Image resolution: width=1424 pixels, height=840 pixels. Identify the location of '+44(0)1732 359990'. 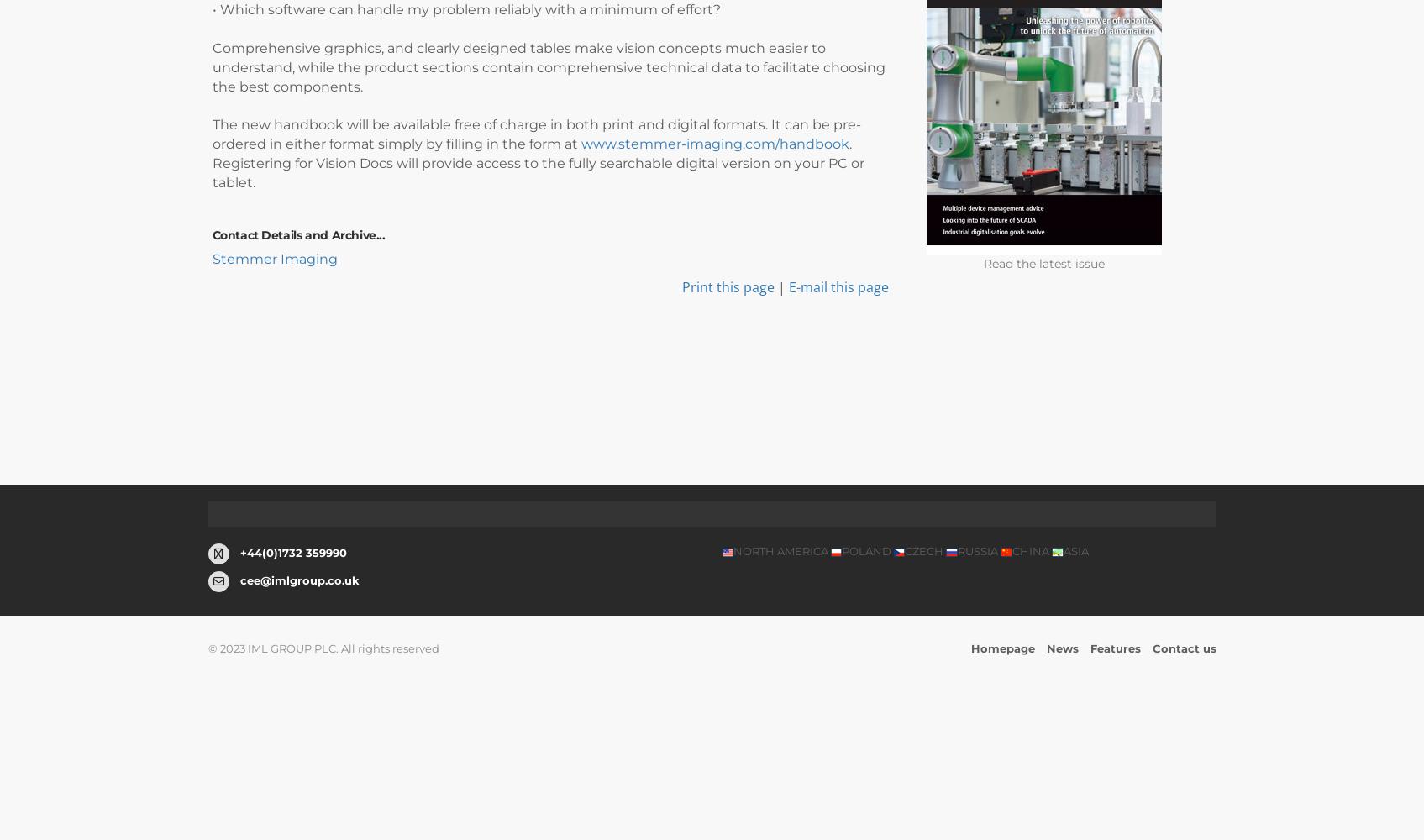
(239, 553).